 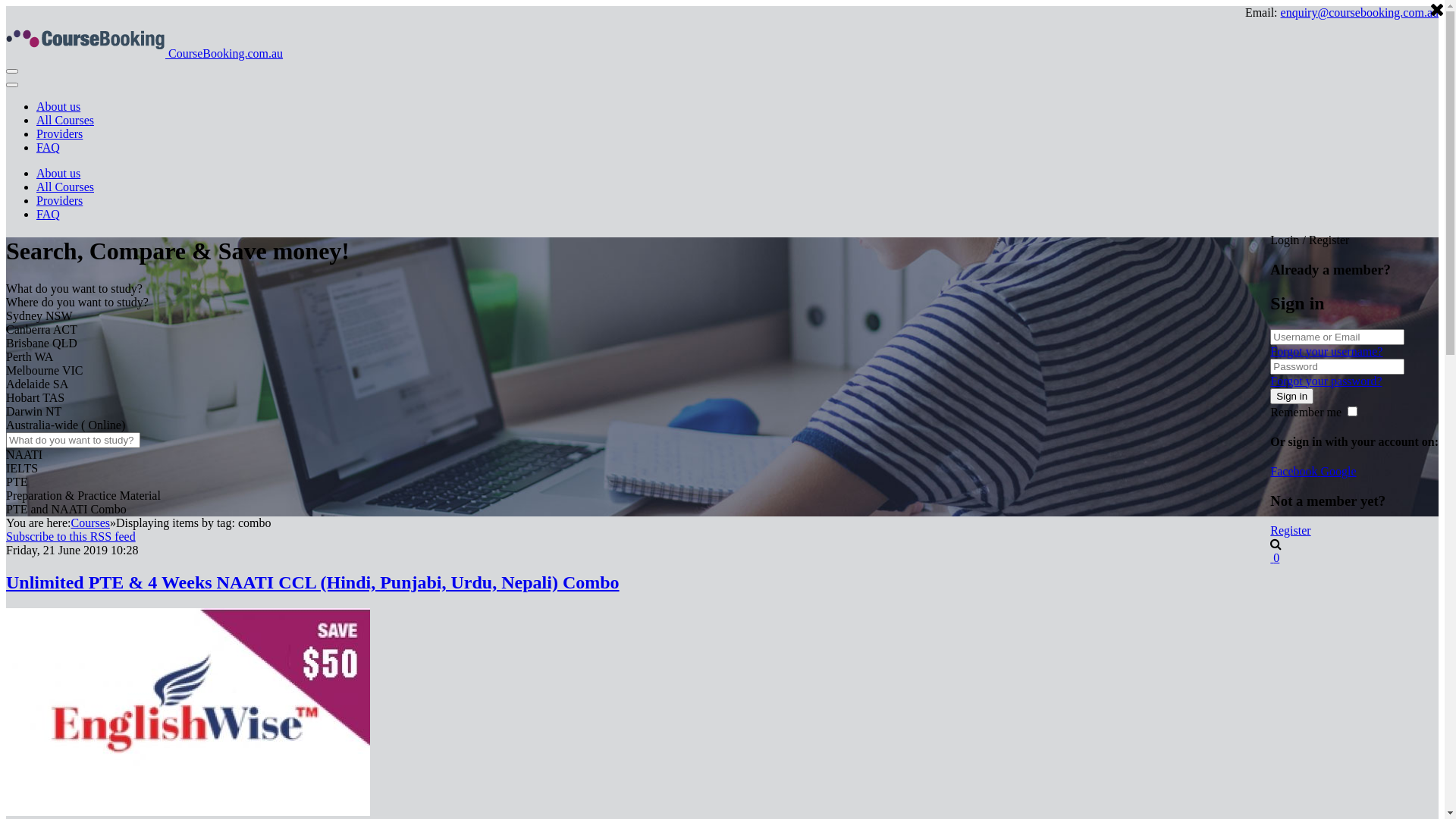 What do you see at coordinates (58, 105) in the screenshot?
I see `'About us'` at bounding box center [58, 105].